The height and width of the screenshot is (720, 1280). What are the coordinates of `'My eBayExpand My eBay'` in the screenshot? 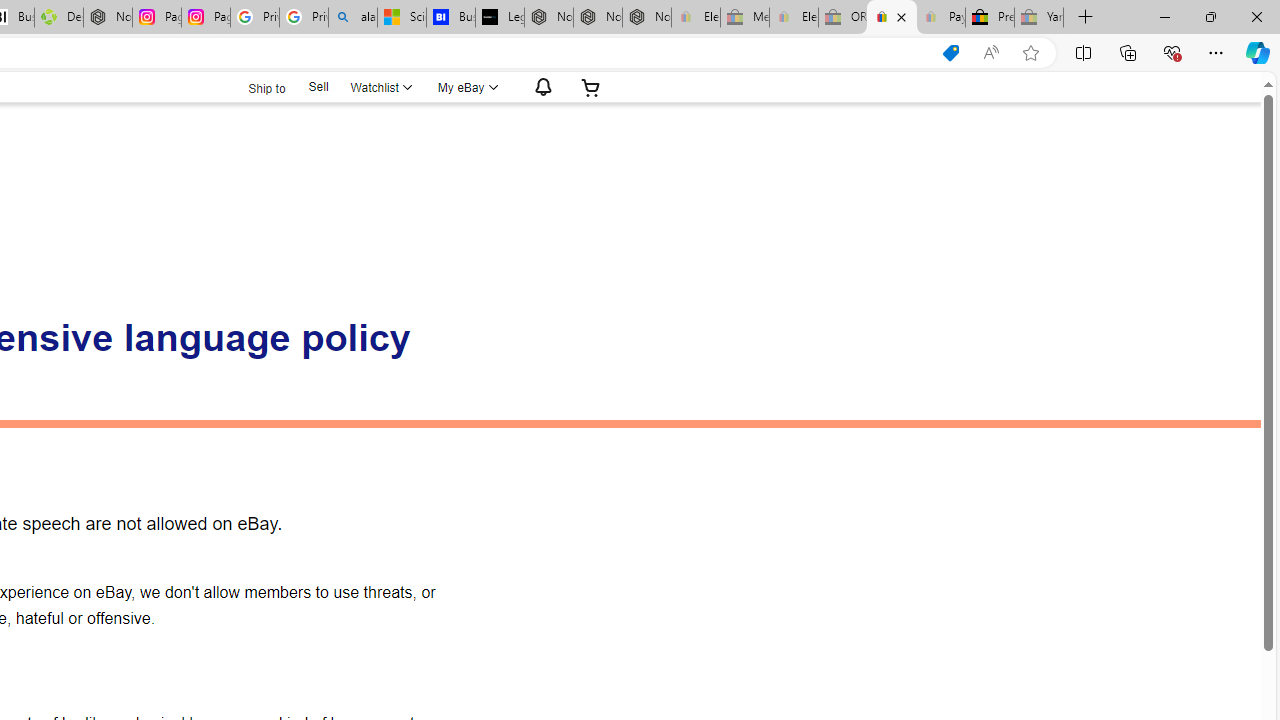 It's located at (465, 86).